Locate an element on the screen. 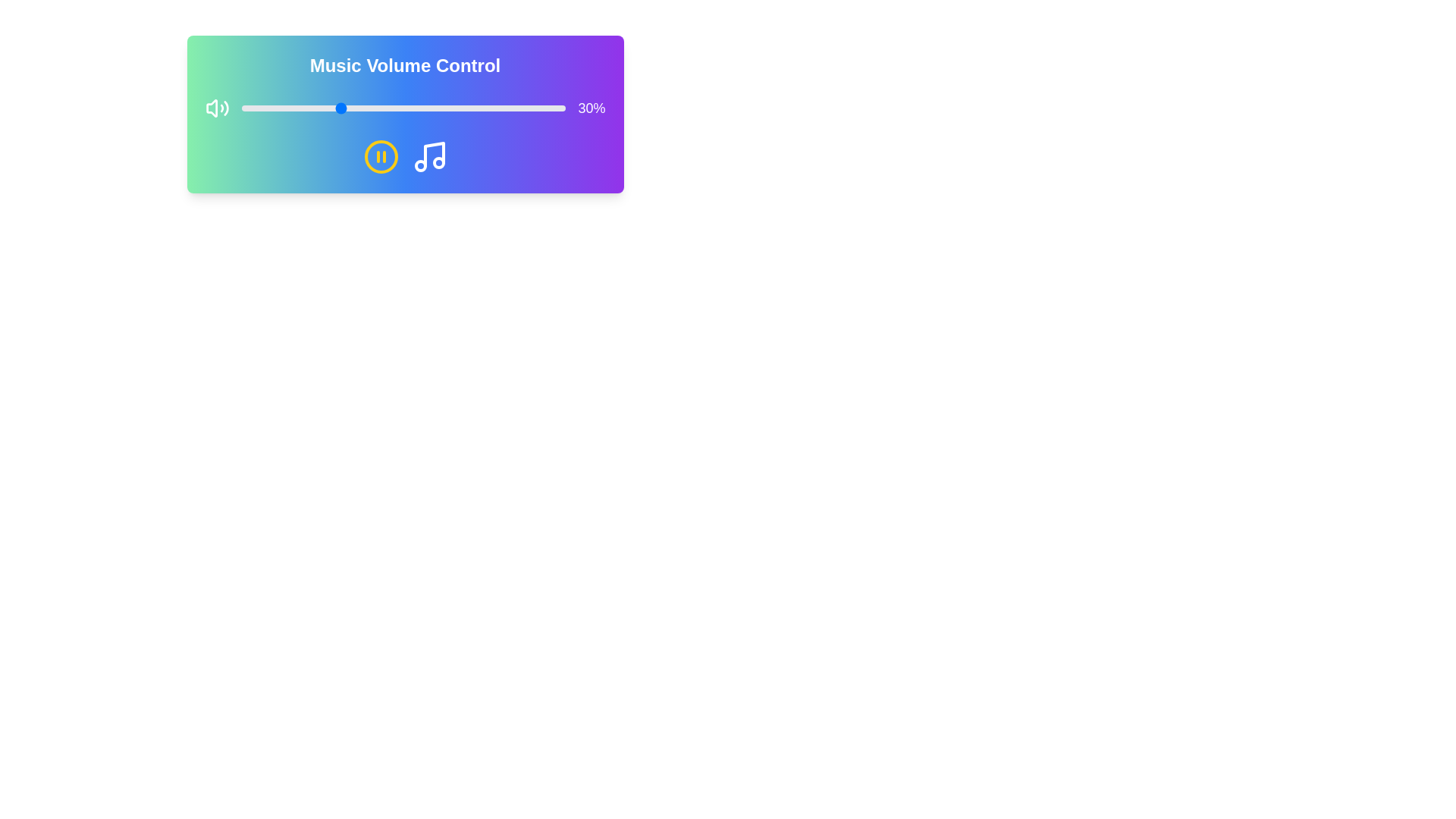 The height and width of the screenshot is (819, 1456). the volume is located at coordinates (267, 107).